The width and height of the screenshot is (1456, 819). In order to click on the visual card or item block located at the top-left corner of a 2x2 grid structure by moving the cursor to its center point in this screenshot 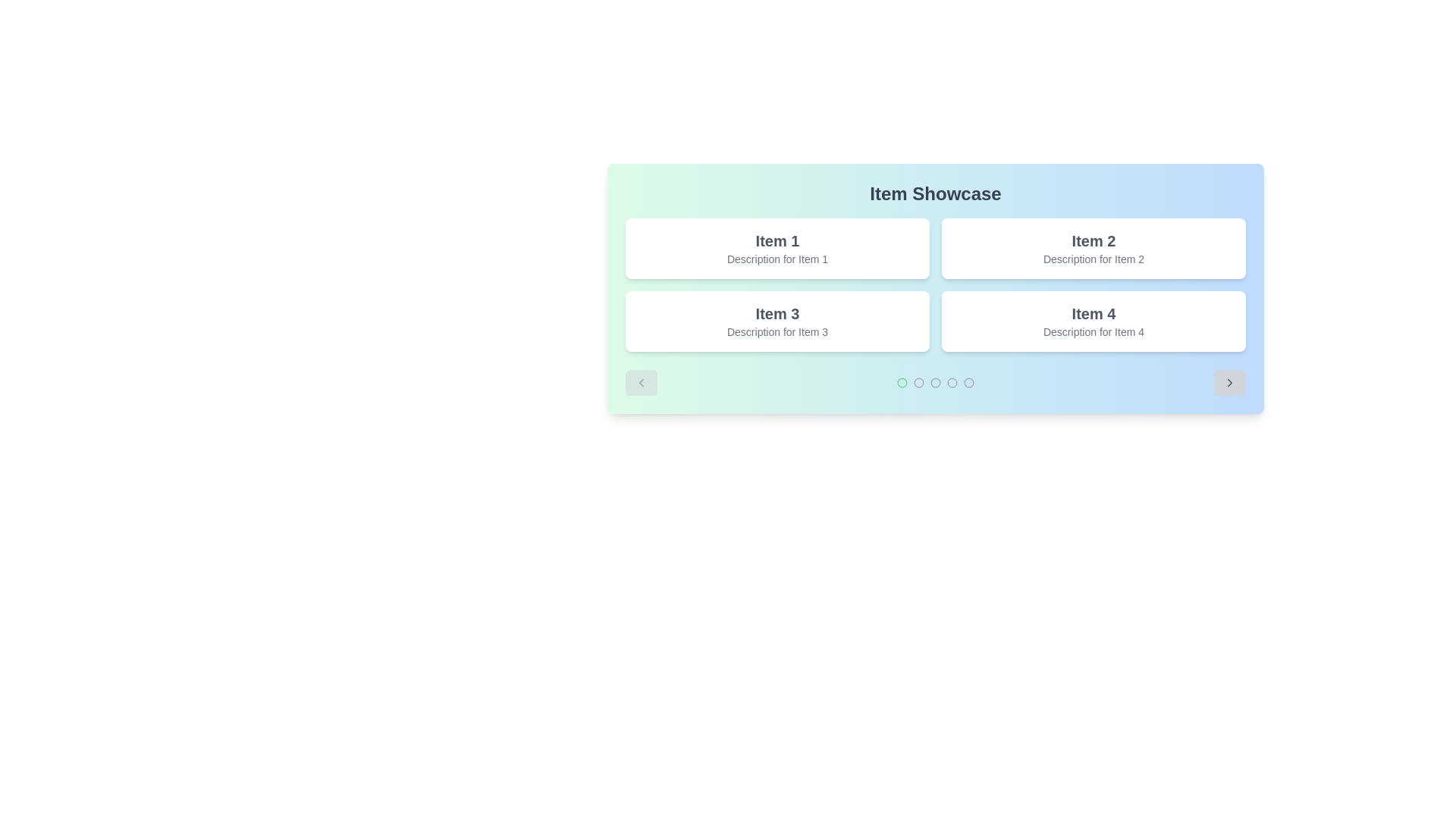, I will do `click(777, 247)`.